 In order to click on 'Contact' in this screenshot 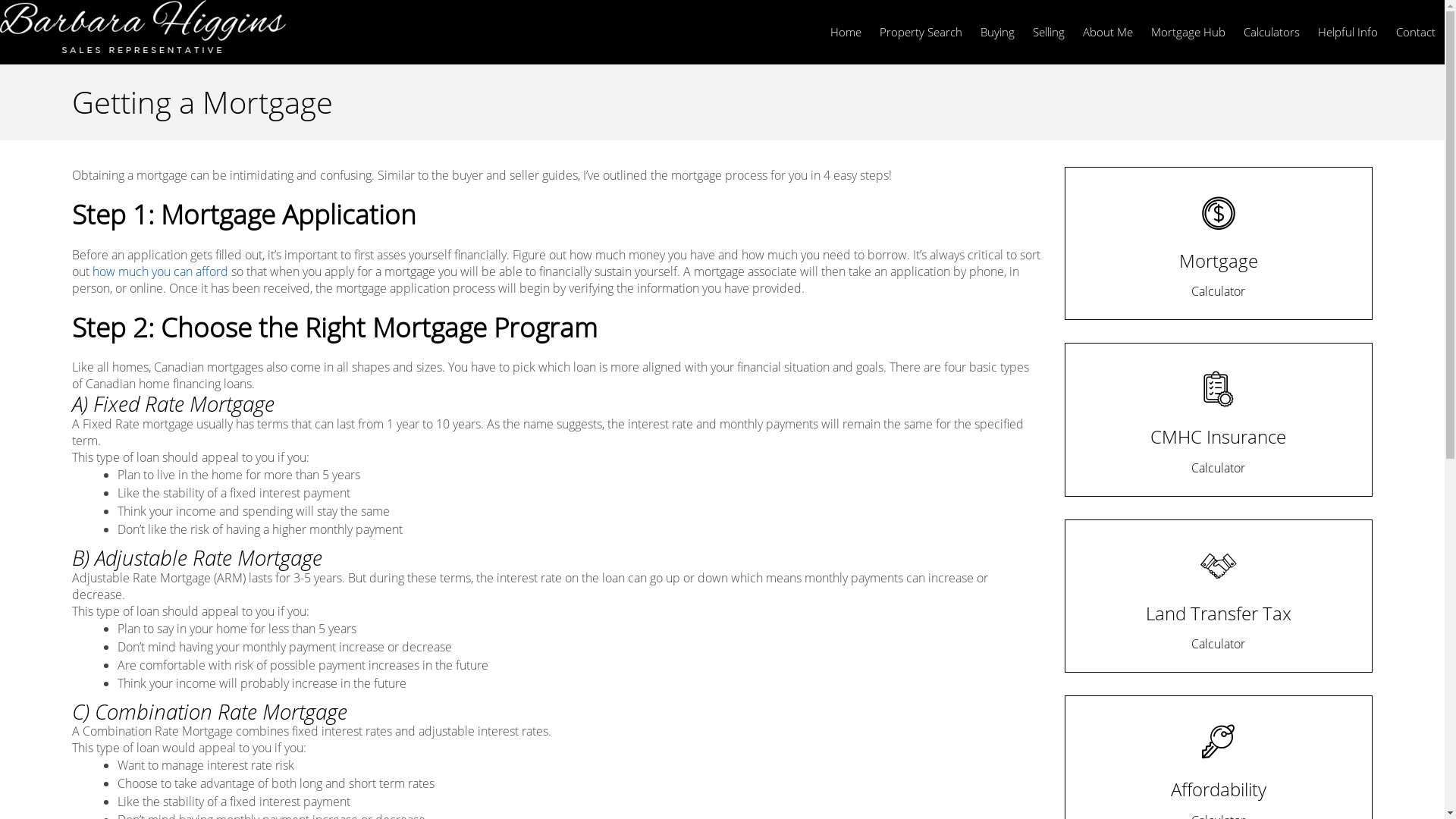, I will do `click(1415, 32)`.